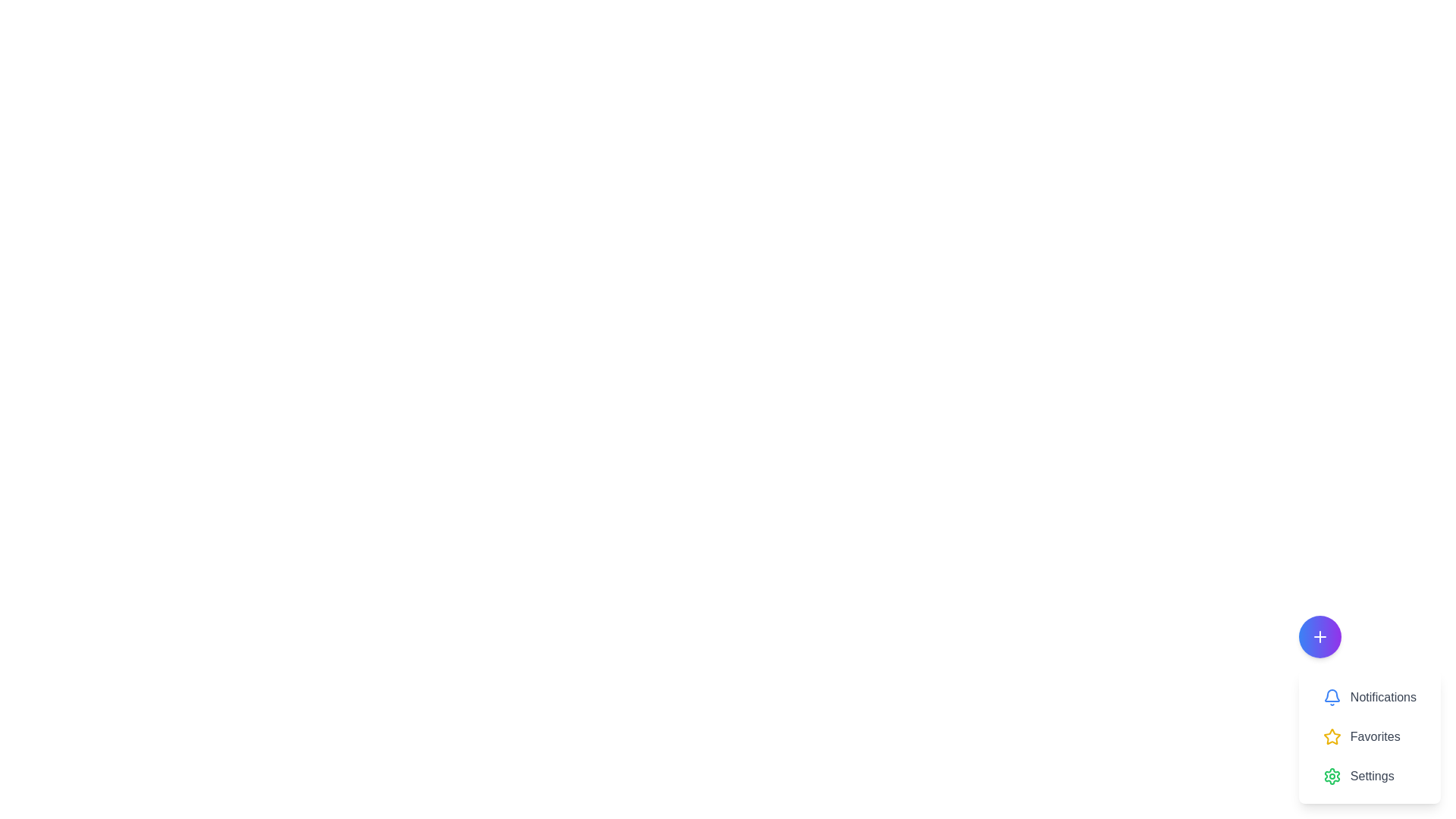 Image resolution: width=1456 pixels, height=819 pixels. Describe the element at coordinates (1331, 776) in the screenshot. I see `the gear icon with a green stroke located adjacent to the 'Settings' label in the bottom-right corner pop-up menu` at that location.